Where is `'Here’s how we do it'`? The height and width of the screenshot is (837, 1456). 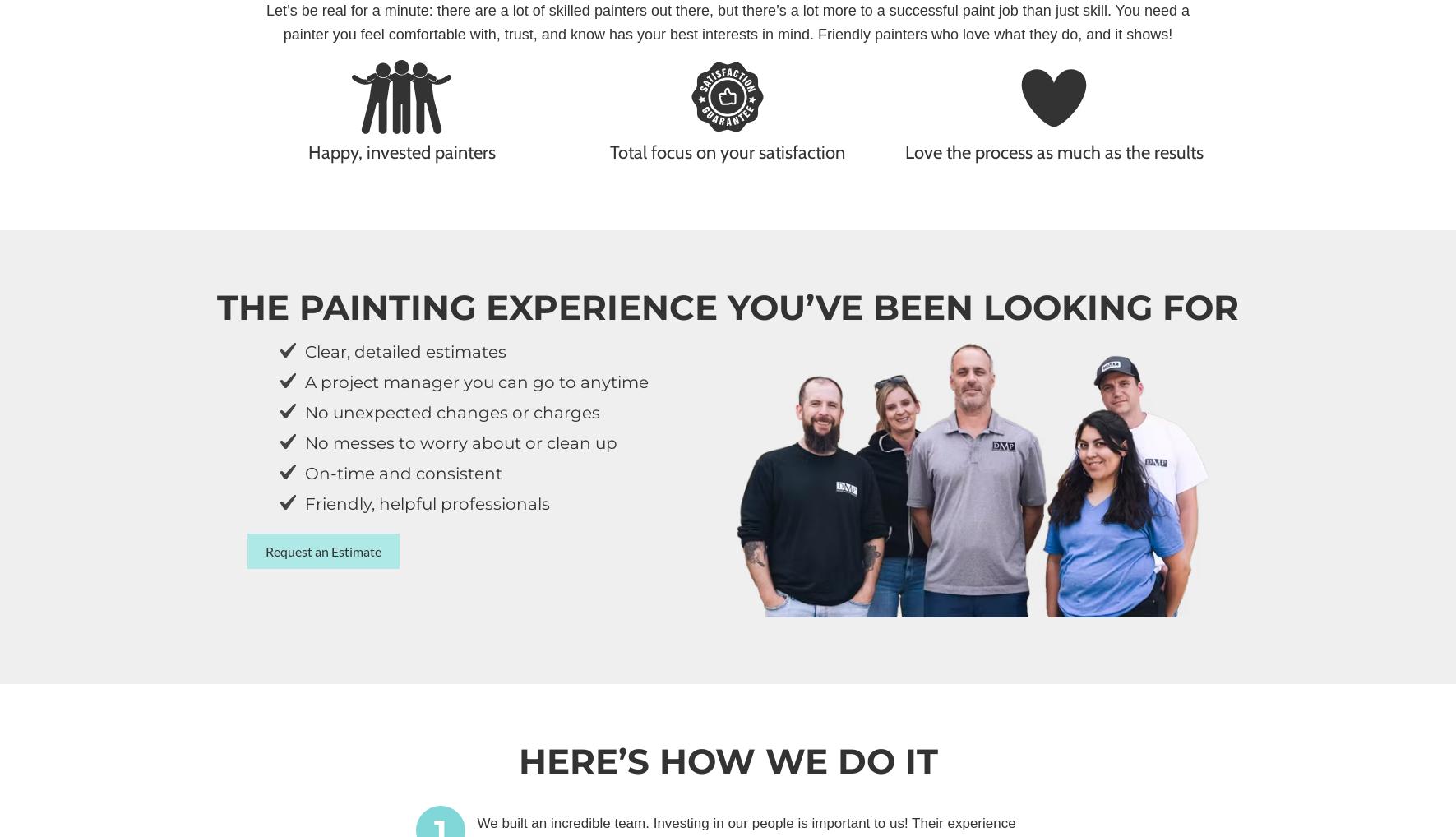 'Here’s how we do it' is located at coordinates (726, 760).